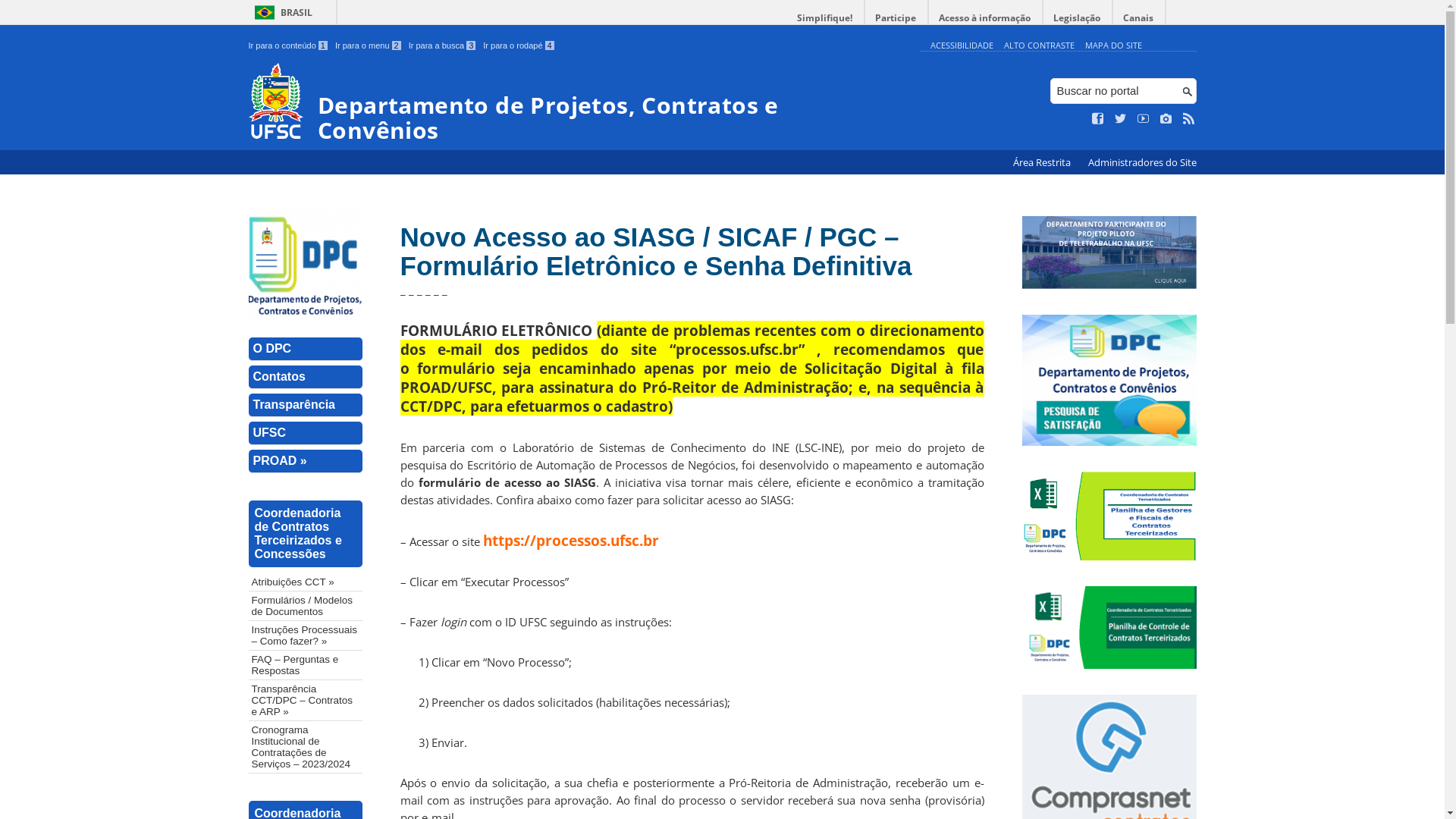  I want to click on 'Simplifique!', so click(824, 17).